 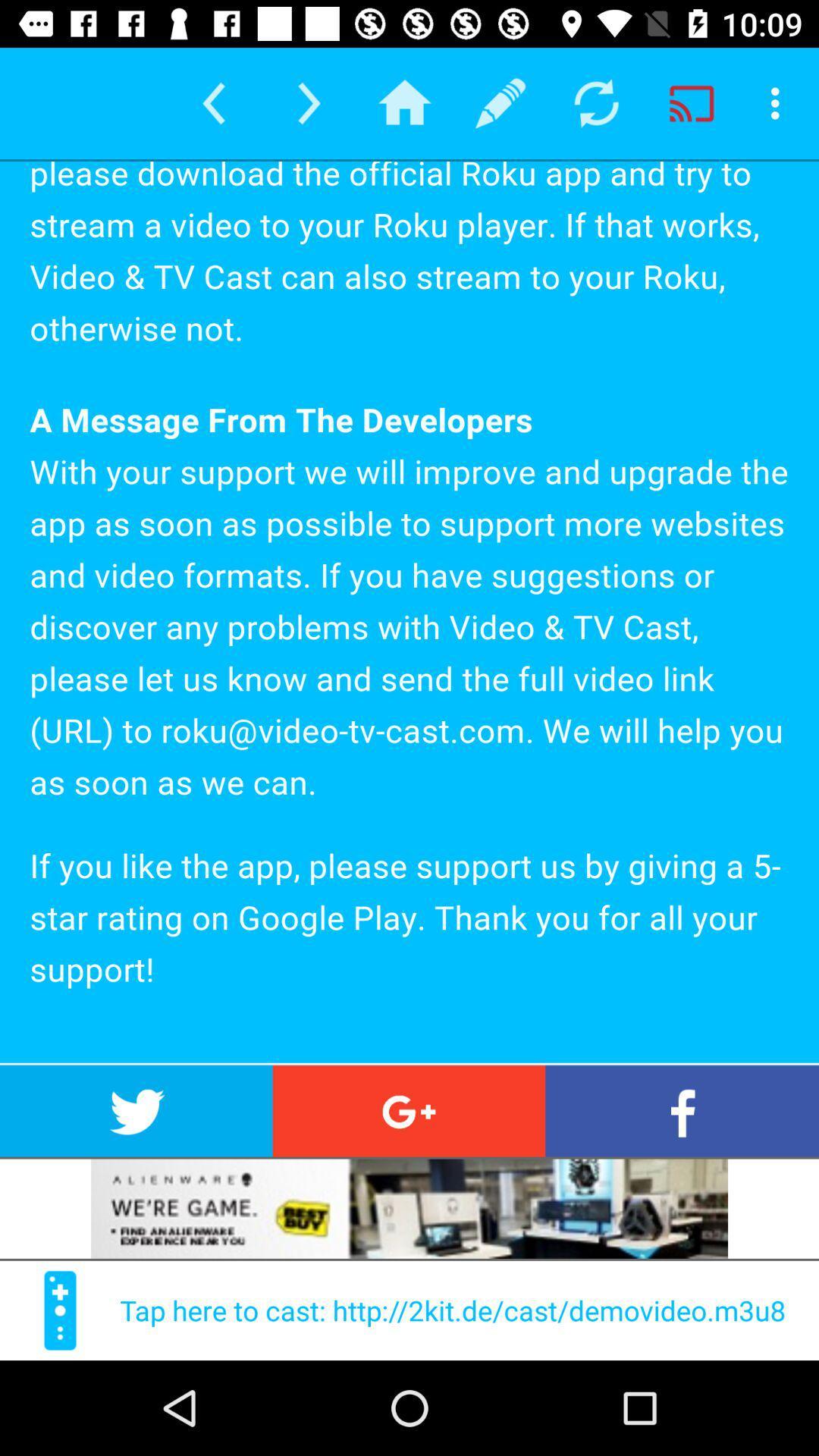 What do you see at coordinates (59, 1310) in the screenshot?
I see `tap to cast` at bounding box center [59, 1310].